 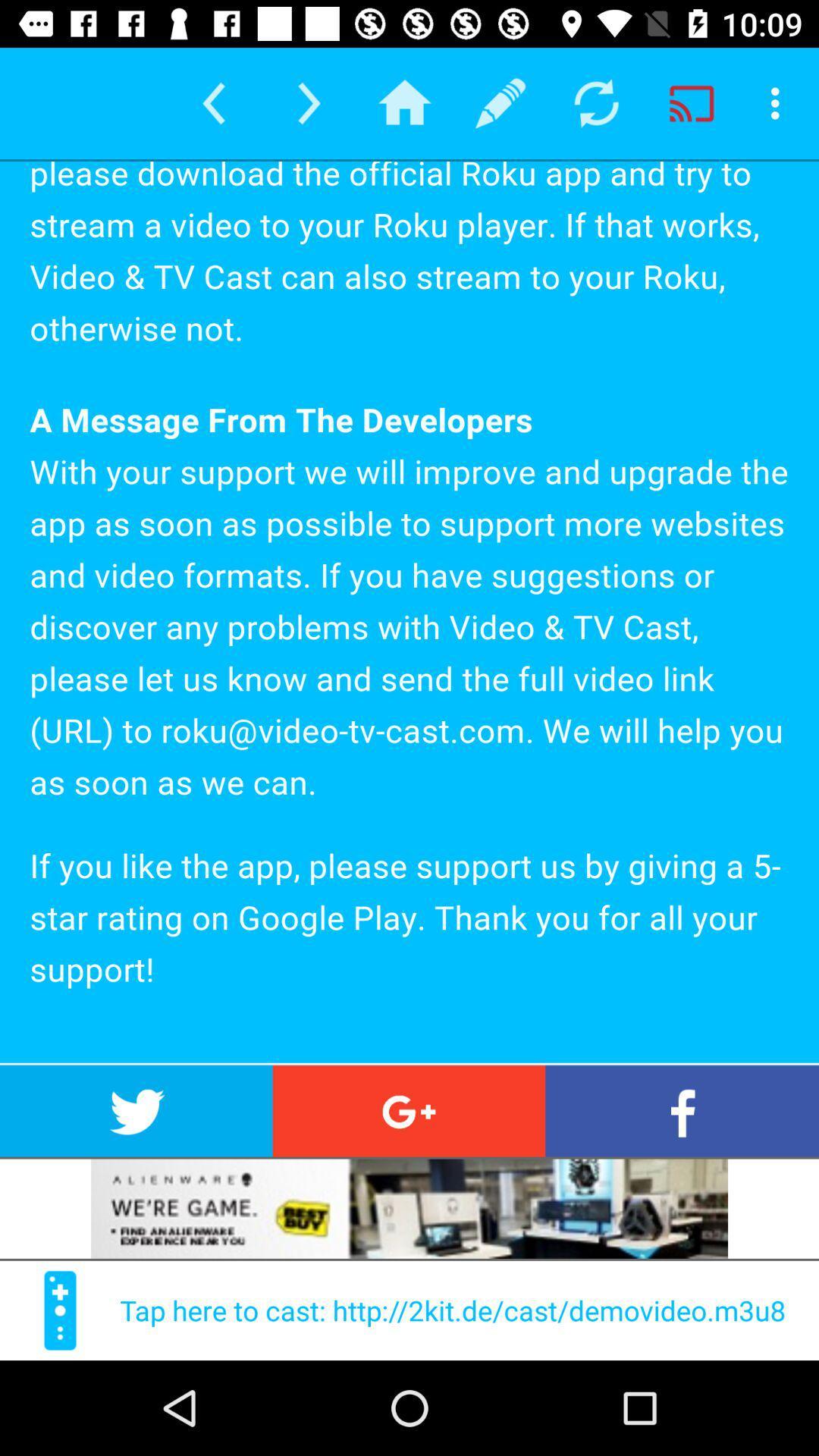 What do you see at coordinates (59, 1310) in the screenshot?
I see `tap to cast` at bounding box center [59, 1310].